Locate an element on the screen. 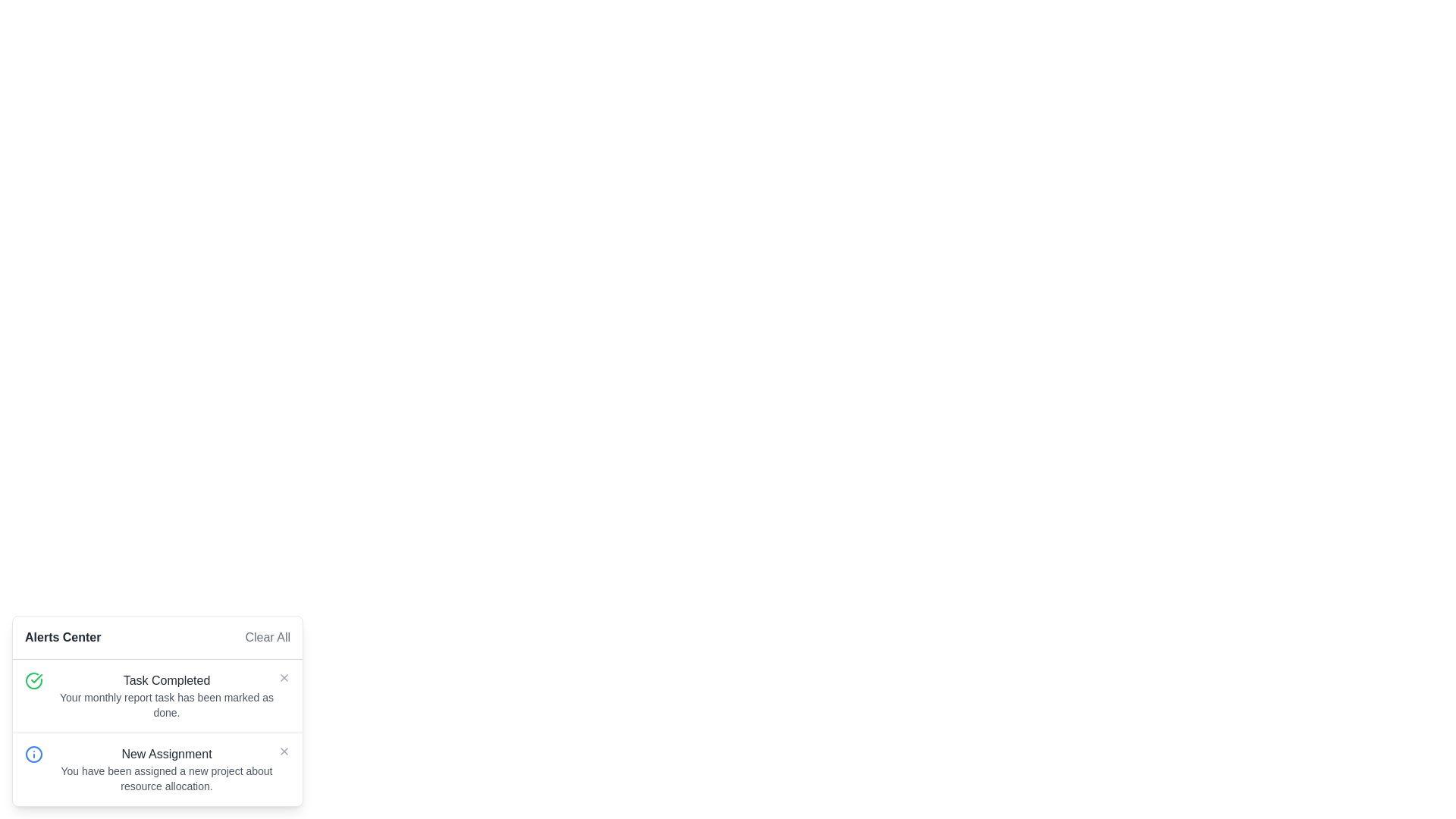 This screenshot has height=819, width=1456. the Indicator Icon that signifies the completion of the task 'Your monthly report task has been marked as done', located on the left side of the task summary titled 'Task Completed' is located at coordinates (33, 680).